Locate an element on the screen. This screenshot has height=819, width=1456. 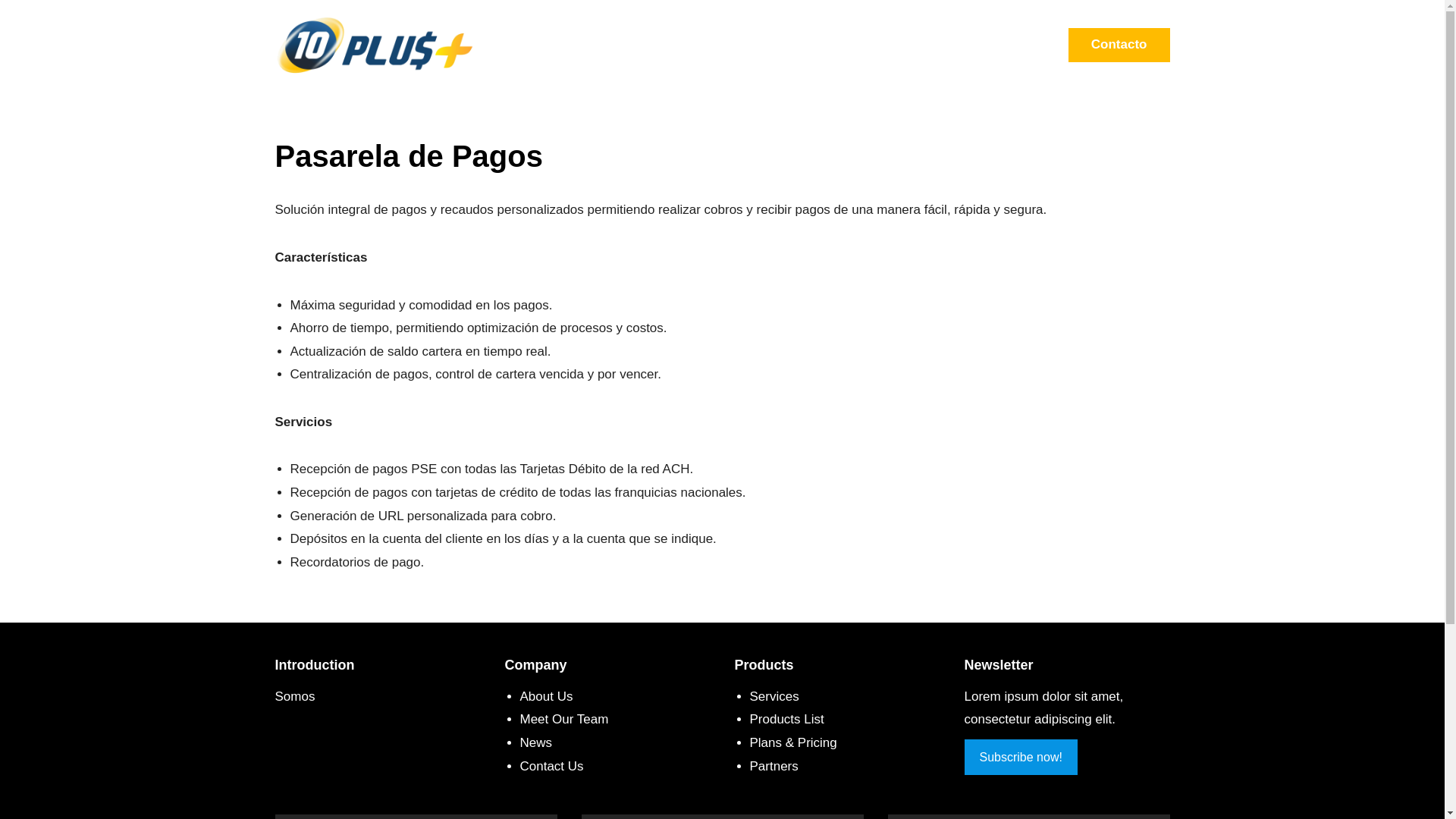
'Services' is located at coordinates (773, 696).